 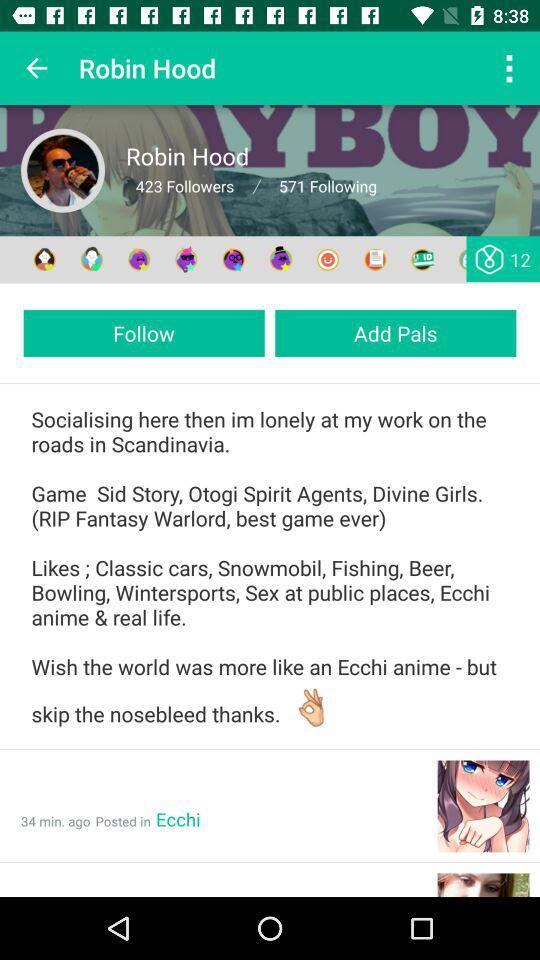 What do you see at coordinates (143, 333) in the screenshot?
I see `follow item` at bounding box center [143, 333].